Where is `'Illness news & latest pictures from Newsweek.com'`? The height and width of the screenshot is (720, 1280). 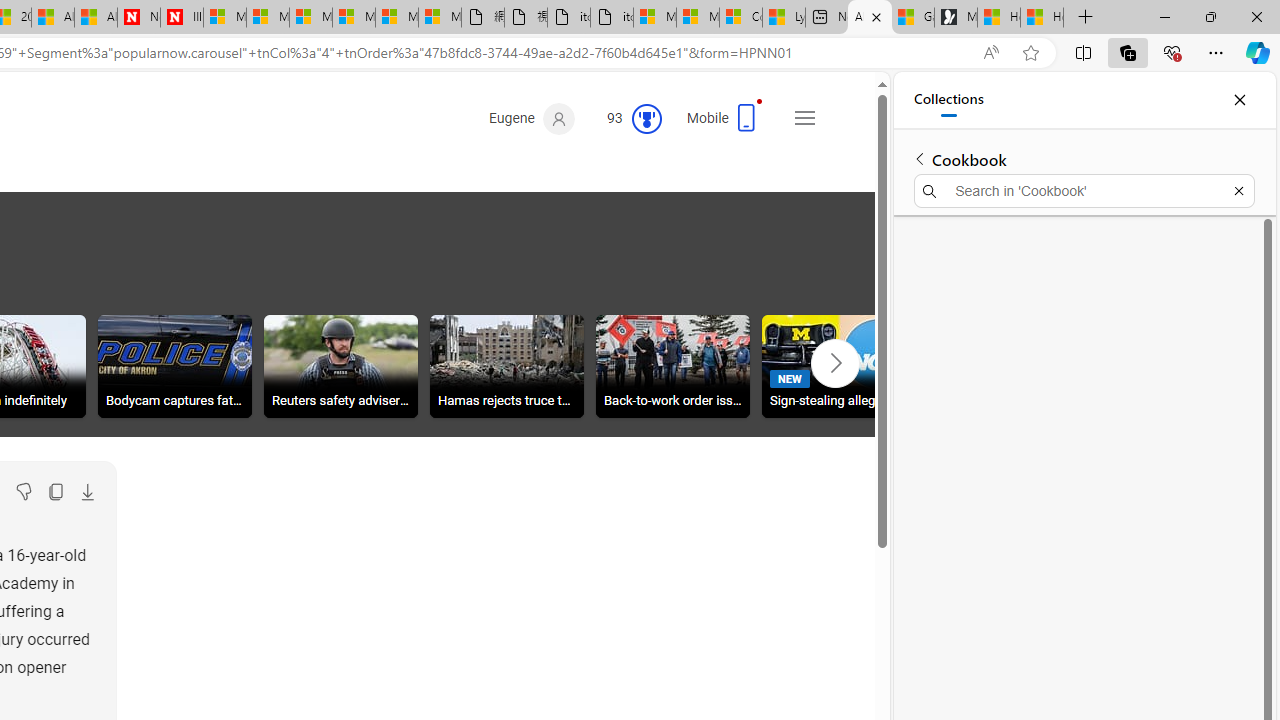
'Illness news & latest pictures from Newsweek.com' is located at coordinates (182, 17).